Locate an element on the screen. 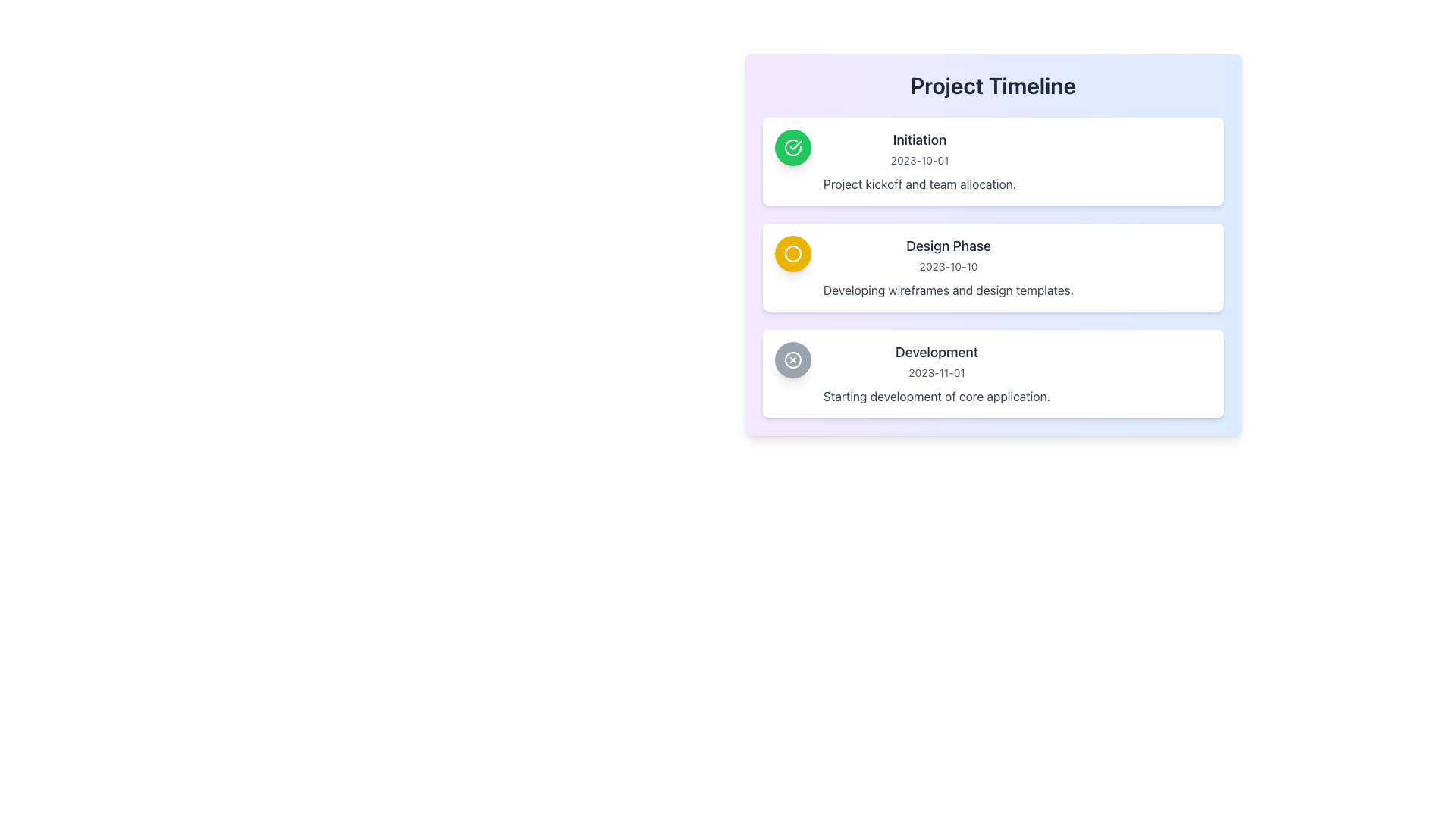 This screenshot has width=1456, height=819. the completion indicator icon located on the left side of the 'Initiation' section in the timeline is located at coordinates (795, 146).